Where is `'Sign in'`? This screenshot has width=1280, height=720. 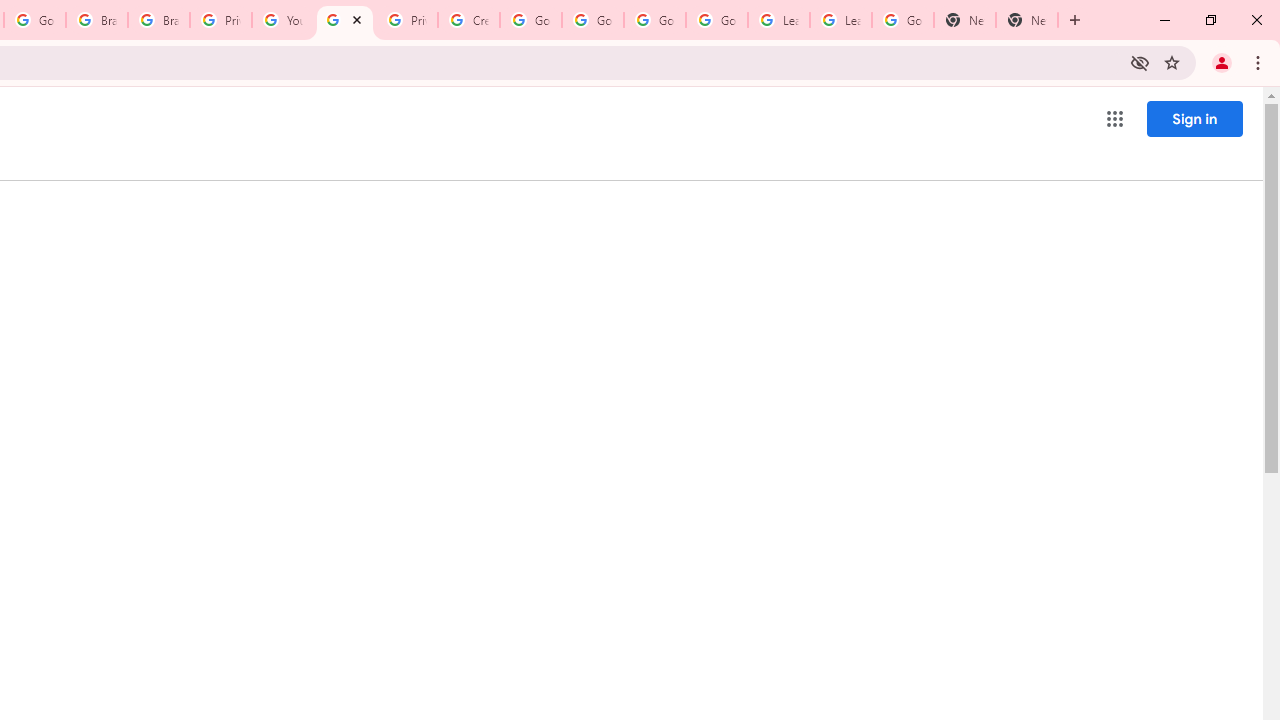
'Sign in' is located at coordinates (1194, 118).